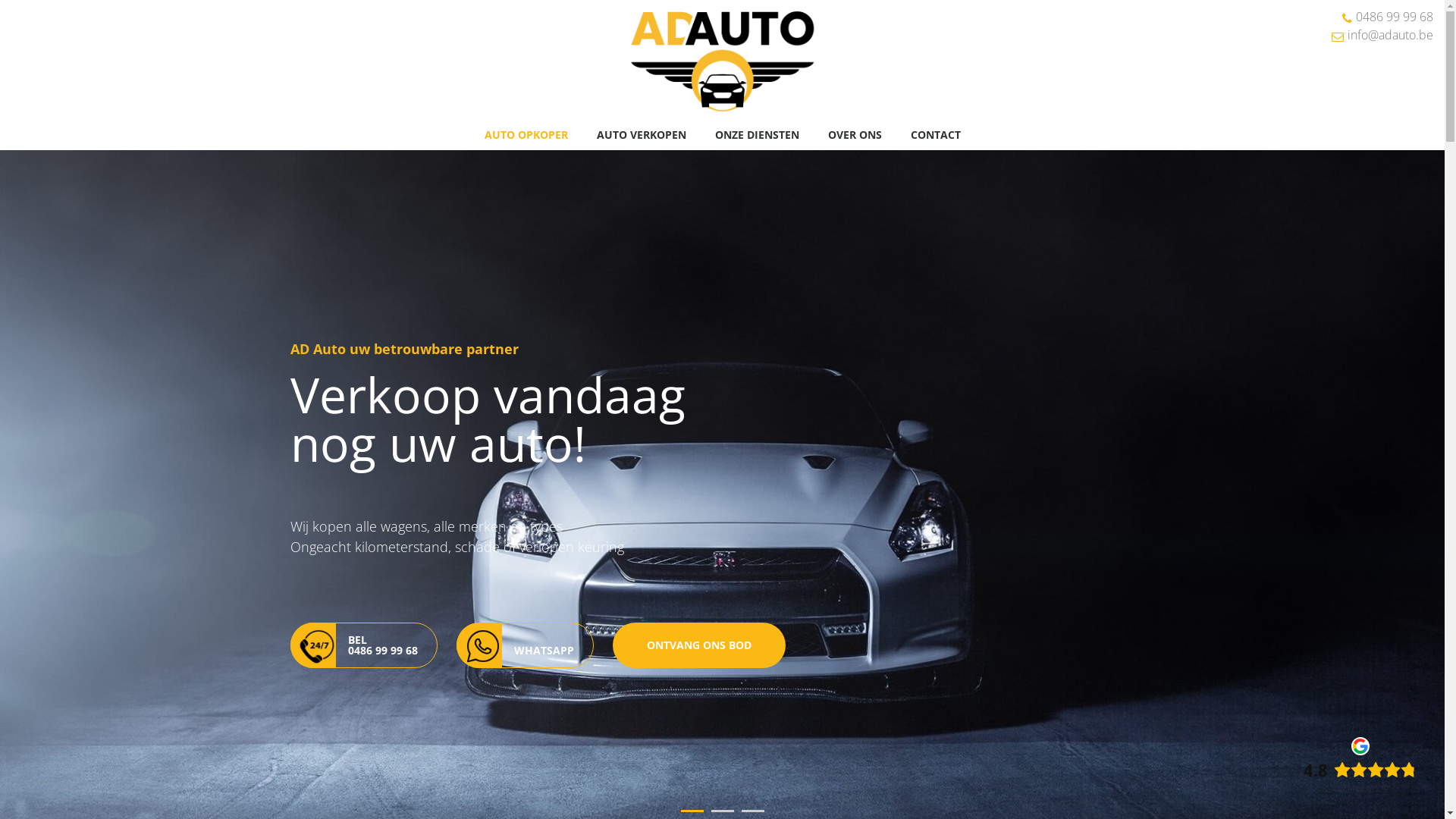 The image size is (1456, 819). What do you see at coordinates (722, 810) in the screenshot?
I see `'02'` at bounding box center [722, 810].